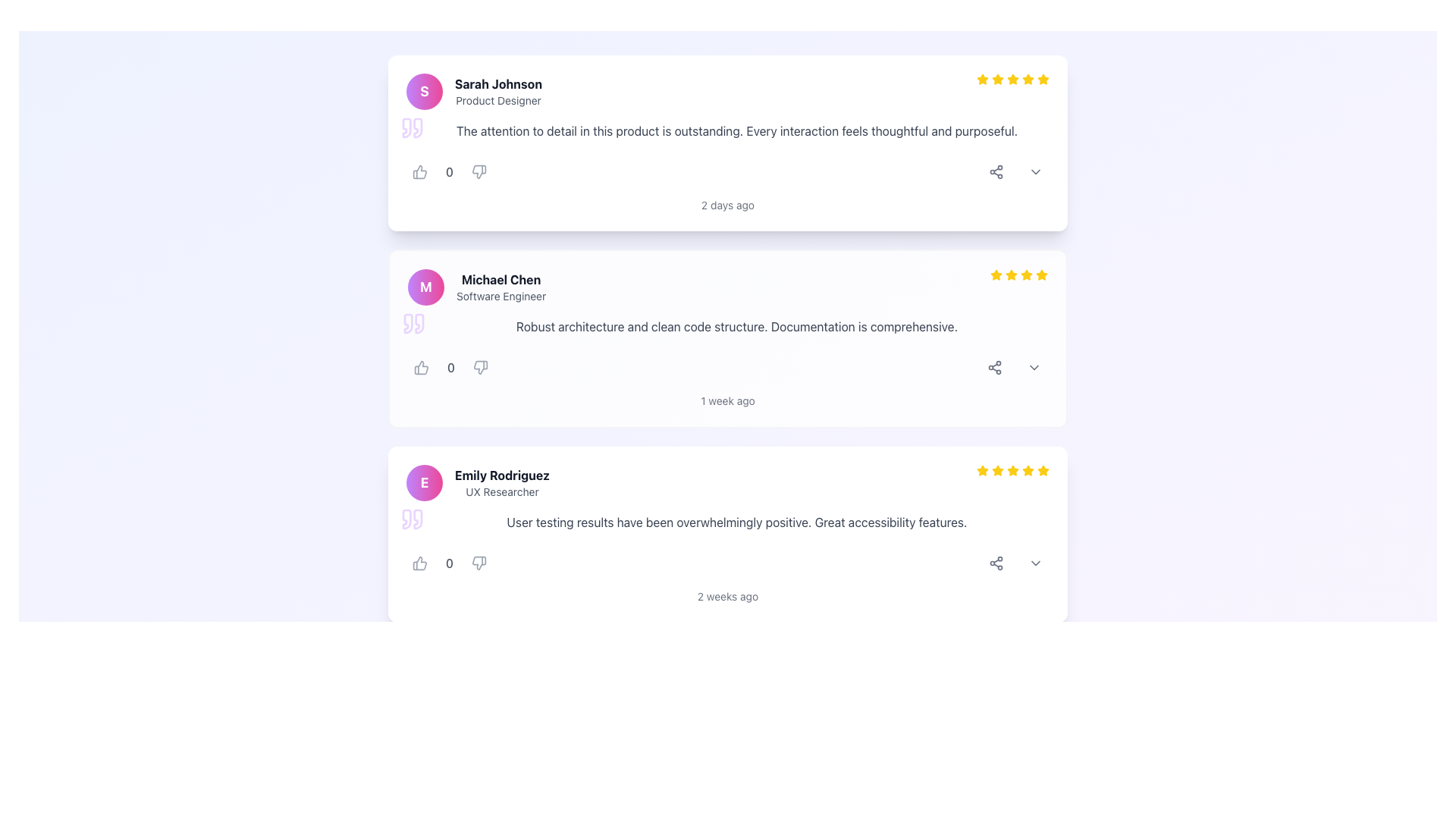 The width and height of the screenshot is (1456, 819). I want to click on the star-shaped icon, which is the fifth star in the second row of the feedback cards, styled with a yellow fill and a slight shadow, so click(1040, 275).